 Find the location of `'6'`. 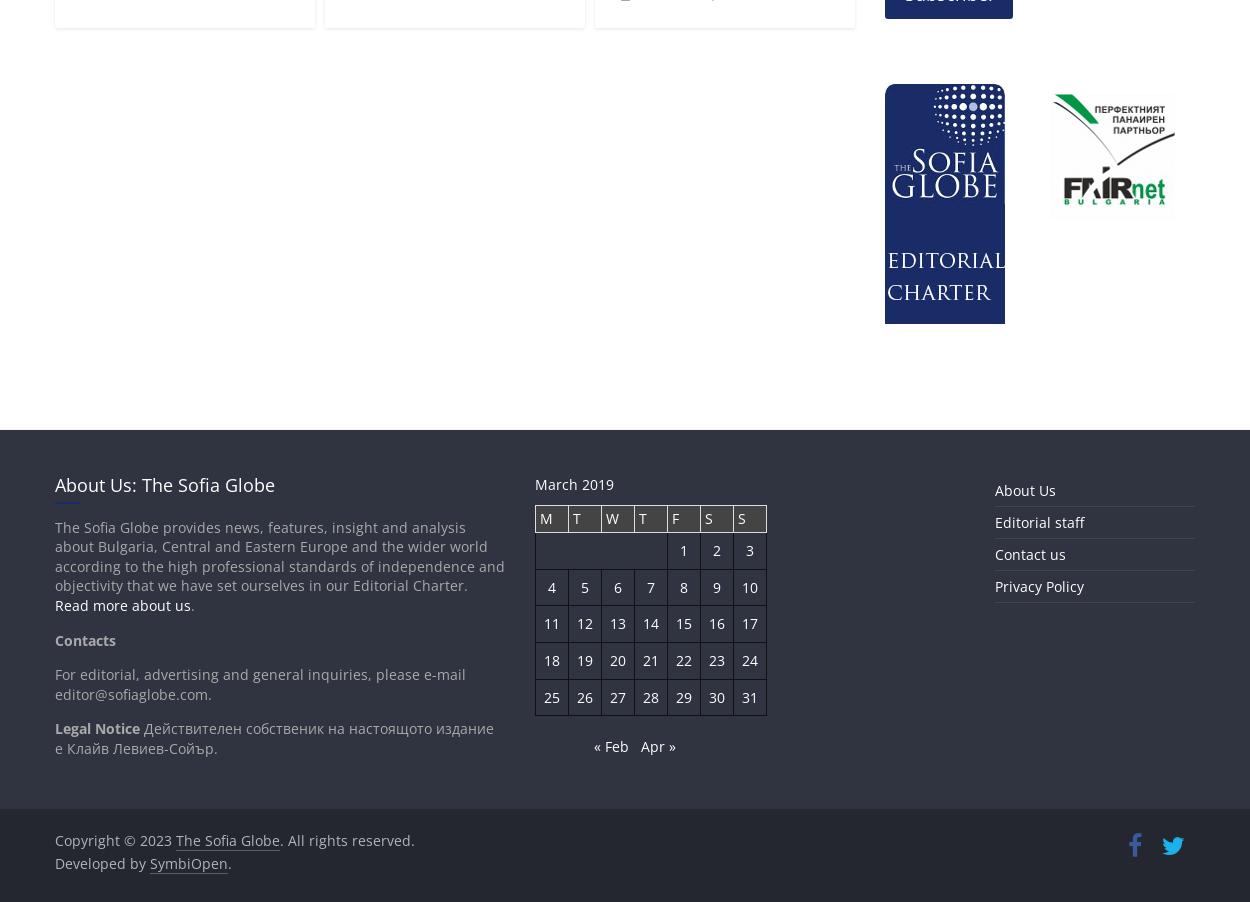

'6' is located at coordinates (617, 586).